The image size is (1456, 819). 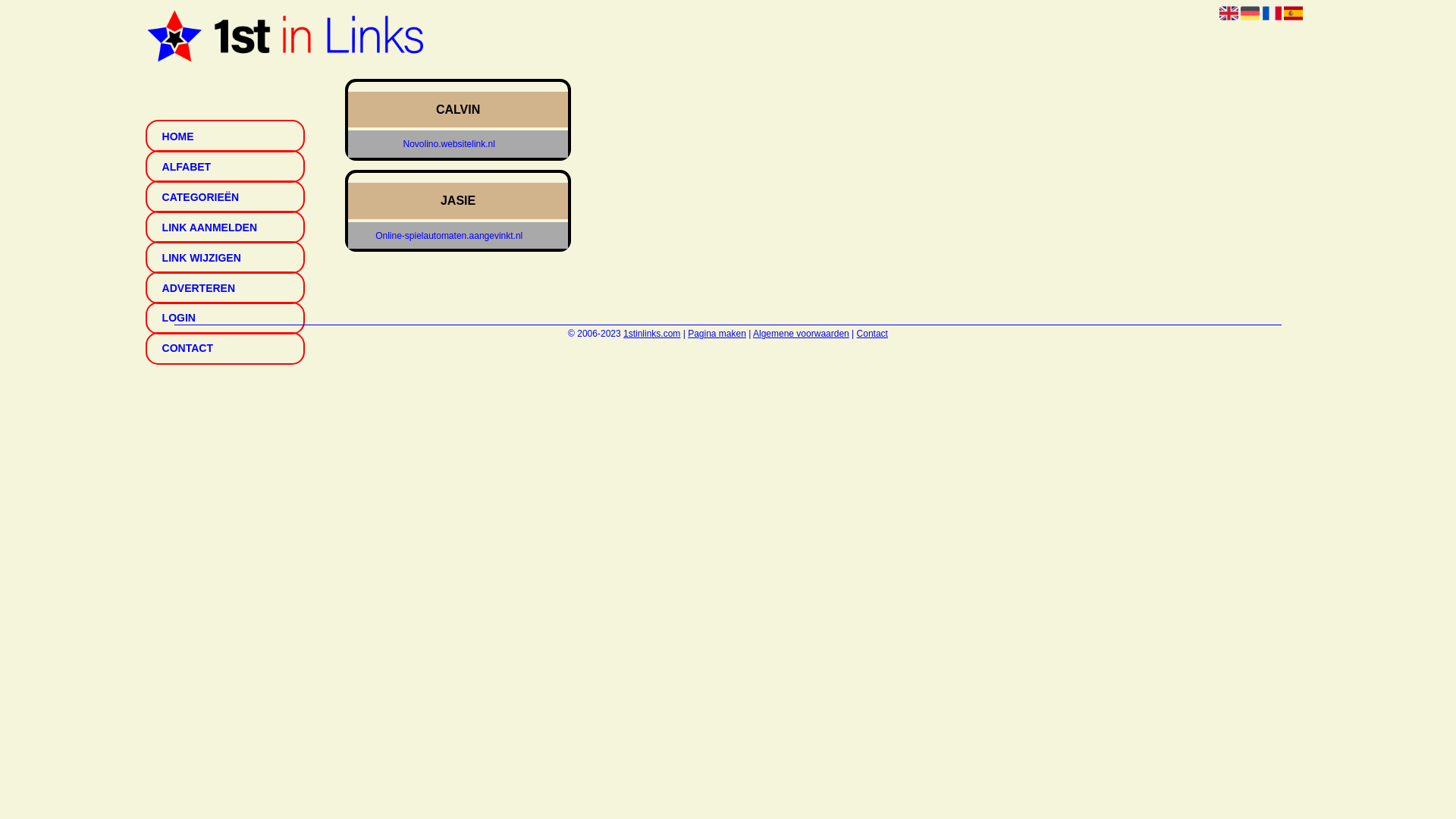 What do you see at coordinates (224, 287) in the screenshot?
I see `'ADVERTEREN'` at bounding box center [224, 287].